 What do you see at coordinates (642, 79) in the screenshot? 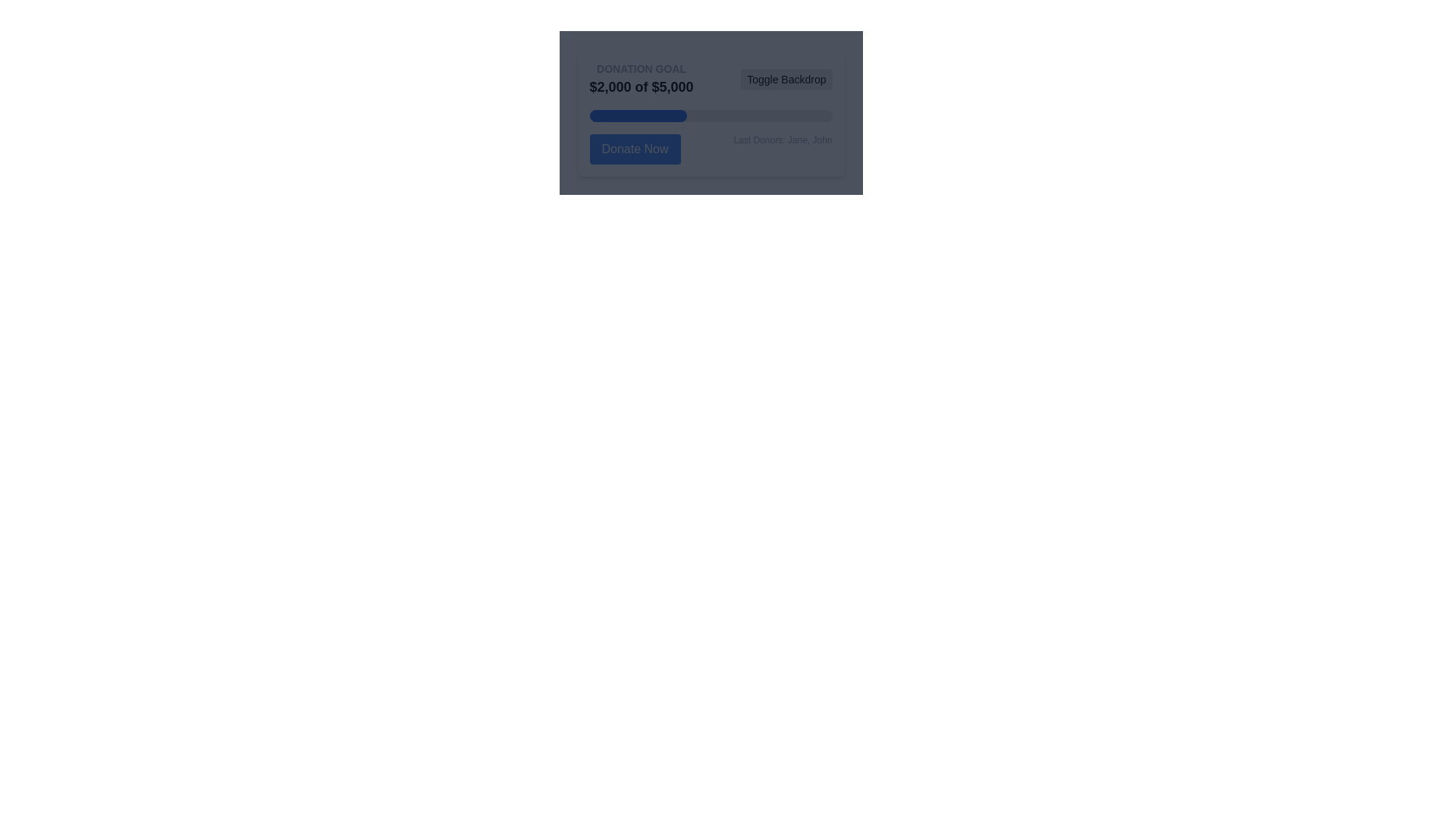
I see `the Text display element that shows the funding goal, which includes the current amount collected and the target amount` at bounding box center [642, 79].